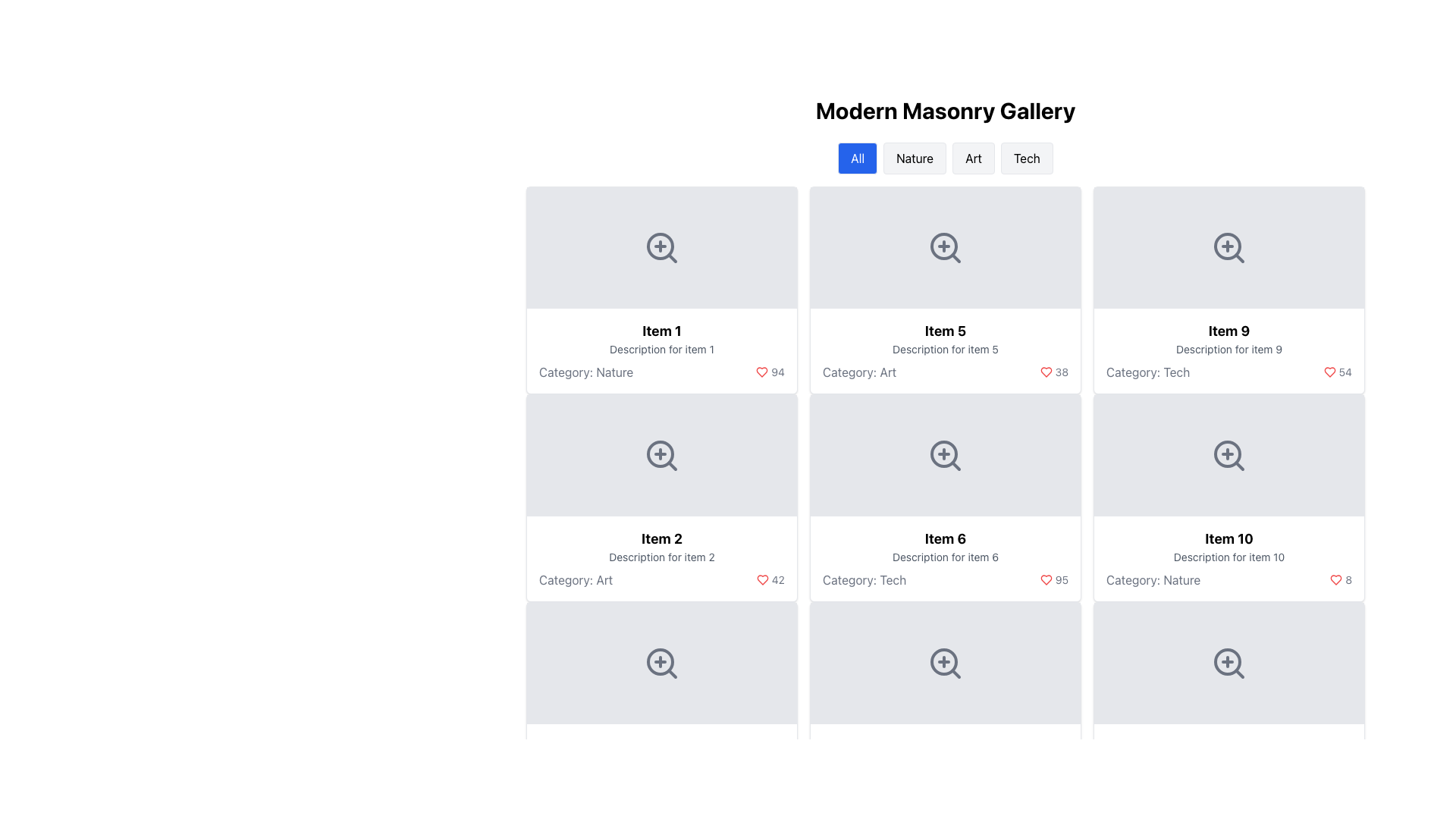 The width and height of the screenshot is (1456, 819). Describe the element at coordinates (778, 372) in the screenshot. I see `the Text Label that displays the numeric count, located in the bottom right corner of the card labeled 'Item 6', positioned after a red heart-shaped icon` at that location.